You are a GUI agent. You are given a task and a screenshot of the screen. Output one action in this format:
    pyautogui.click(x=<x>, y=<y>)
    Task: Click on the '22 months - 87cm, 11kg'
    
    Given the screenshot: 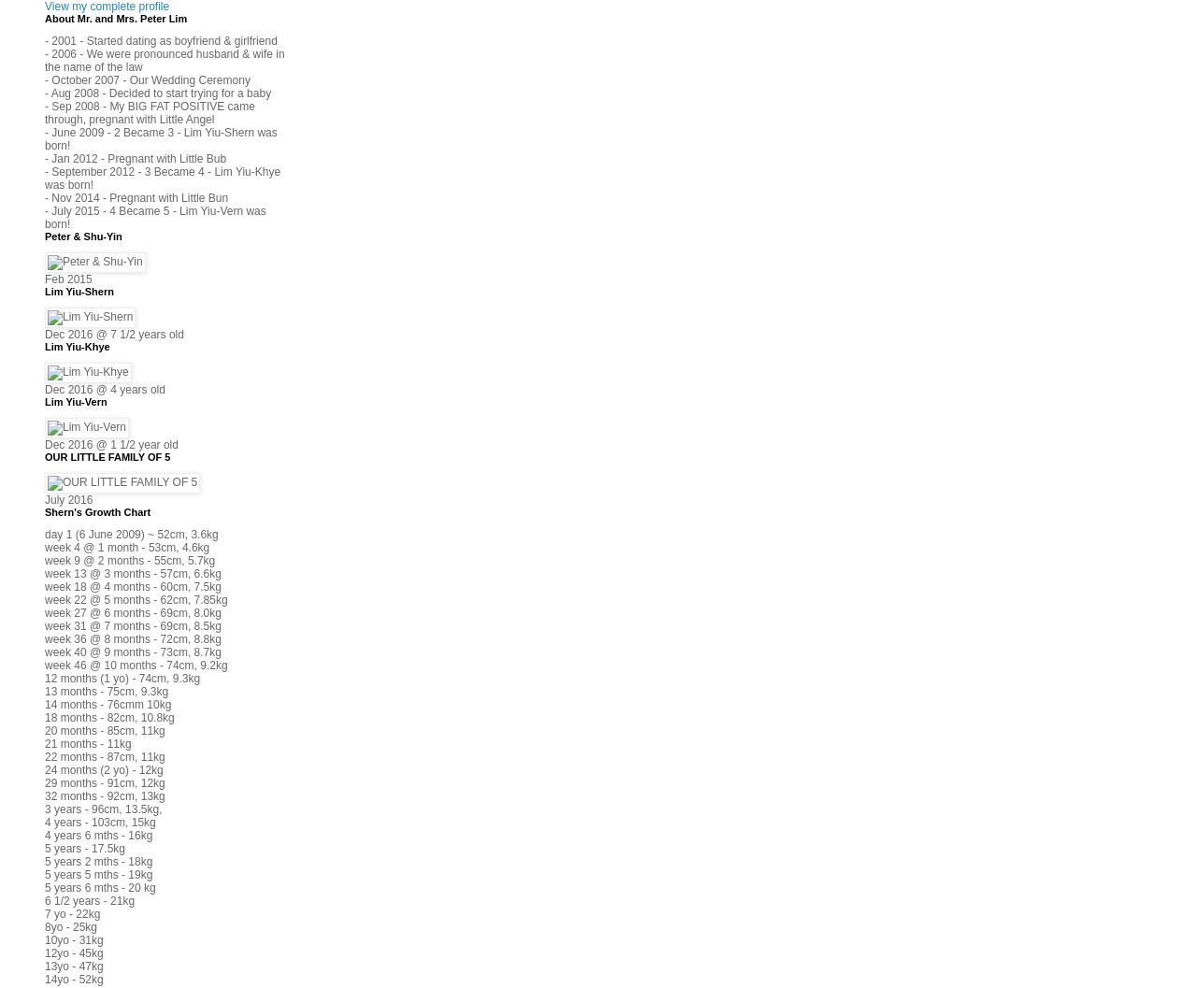 What is the action you would take?
    pyautogui.click(x=105, y=756)
    